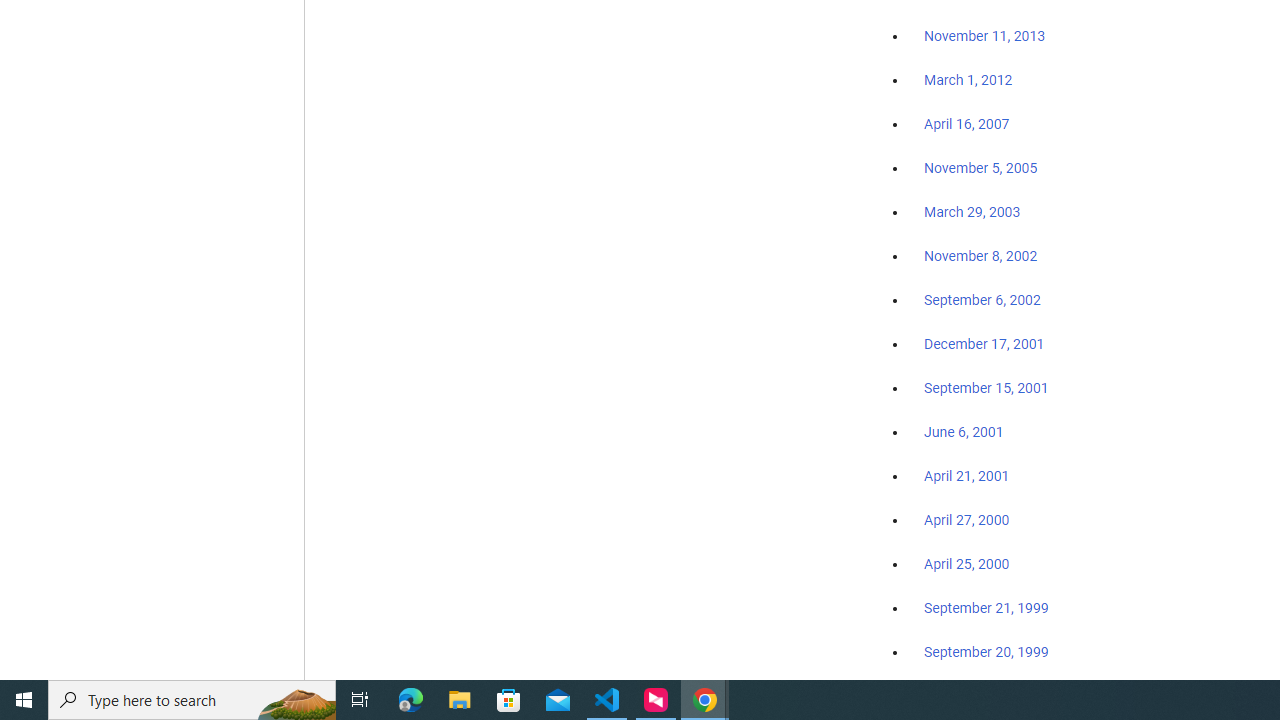 The width and height of the screenshot is (1280, 720). I want to click on 'September 21, 1999', so click(986, 607).